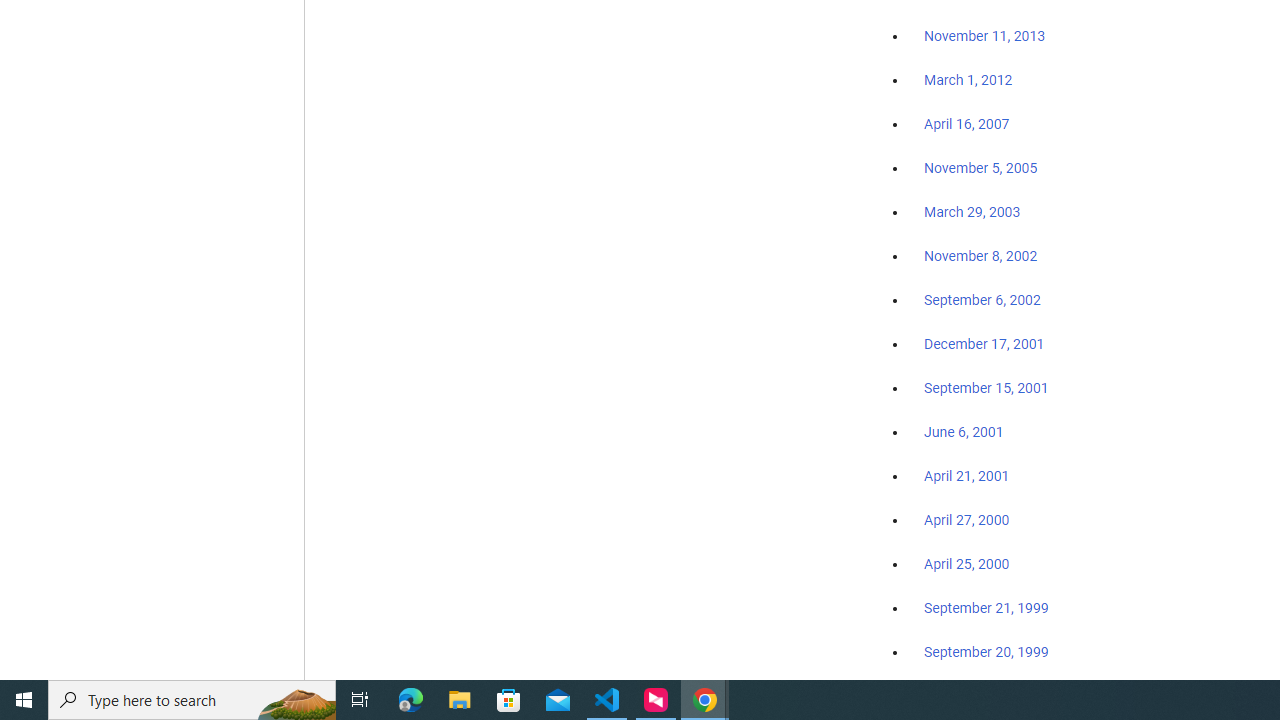 The width and height of the screenshot is (1280, 720). I want to click on 'September 21, 1999', so click(986, 607).